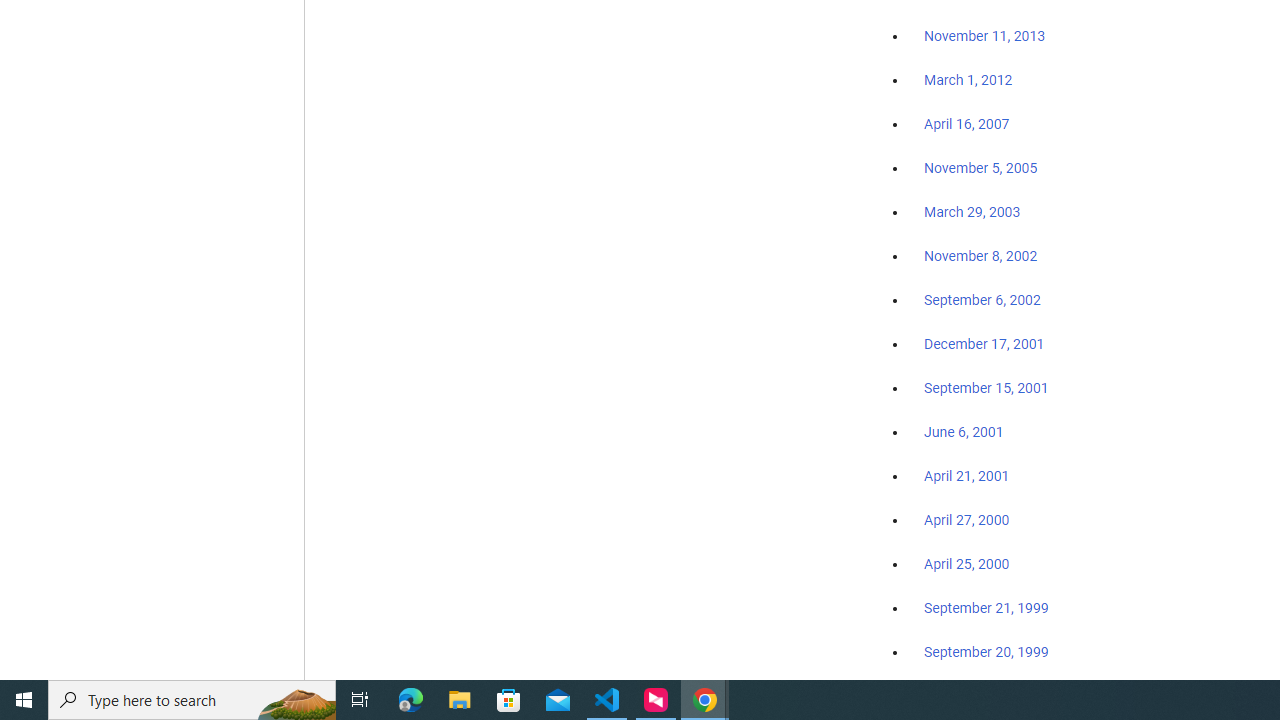 The width and height of the screenshot is (1280, 720). I want to click on 'September 21, 1999', so click(986, 607).